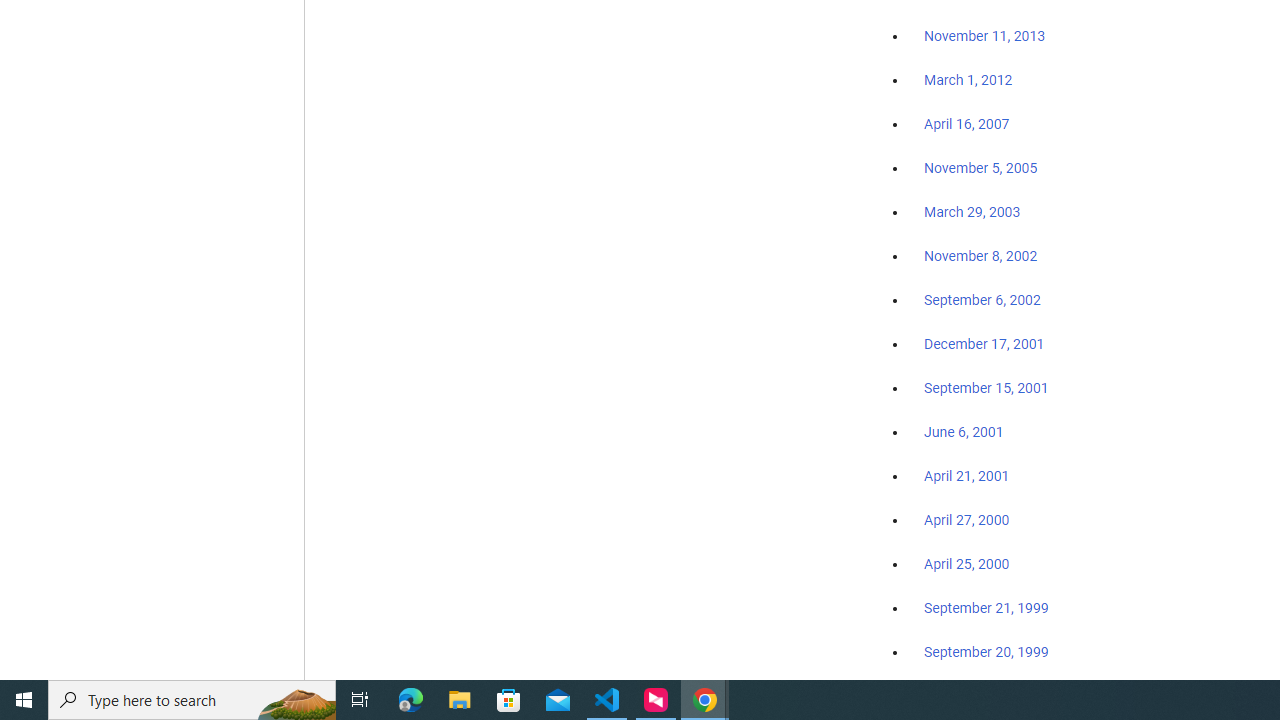 The width and height of the screenshot is (1280, 720). I want to click on 'September 21, 1999', so click(986, 607).